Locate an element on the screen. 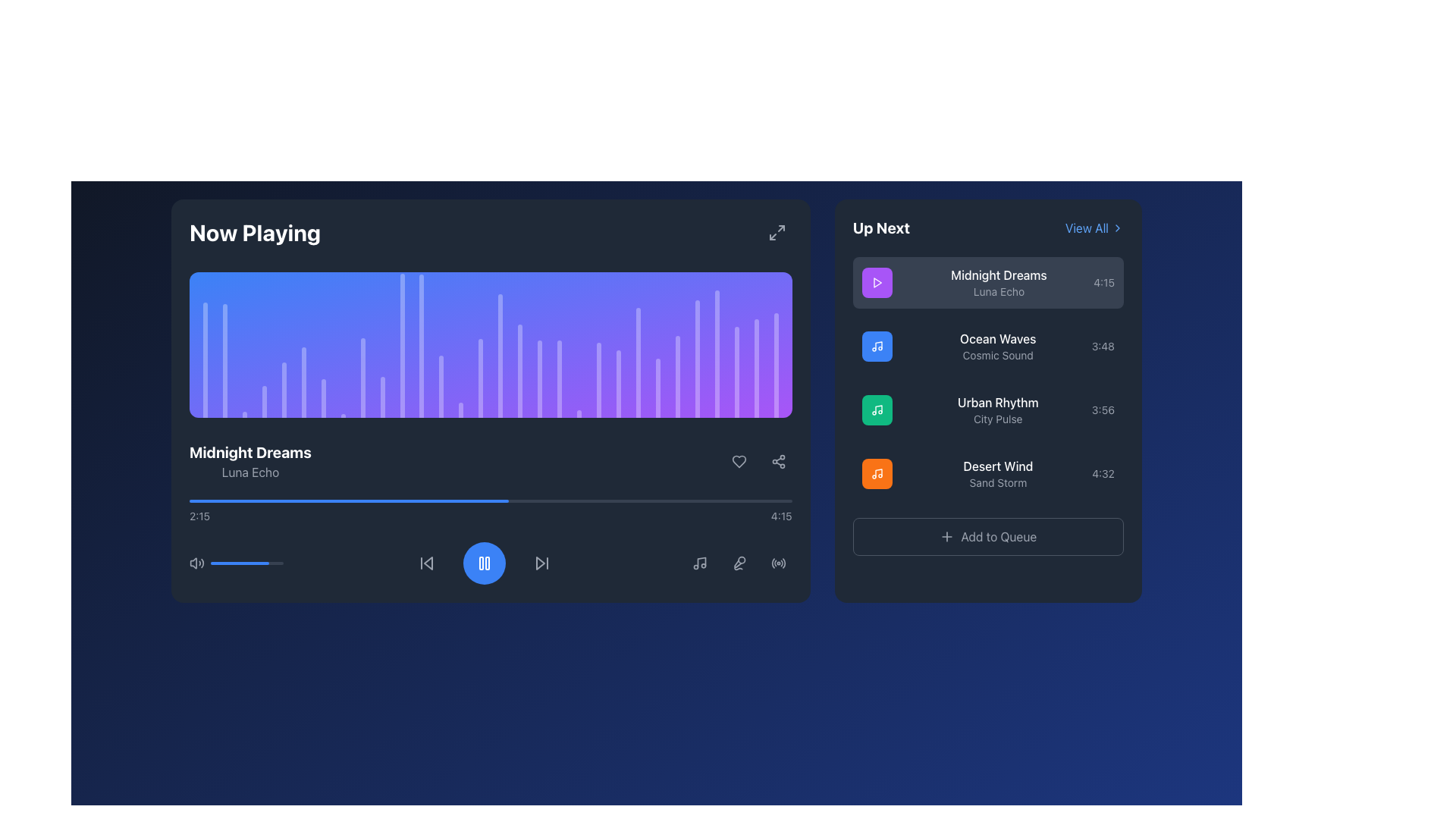 The width and height of the screenshot is (1456, 819). the 11th graphical bar in the visual spectrum, which represents amplitude or frequency levels in sync with the audio is located at coordinates (402, 346).